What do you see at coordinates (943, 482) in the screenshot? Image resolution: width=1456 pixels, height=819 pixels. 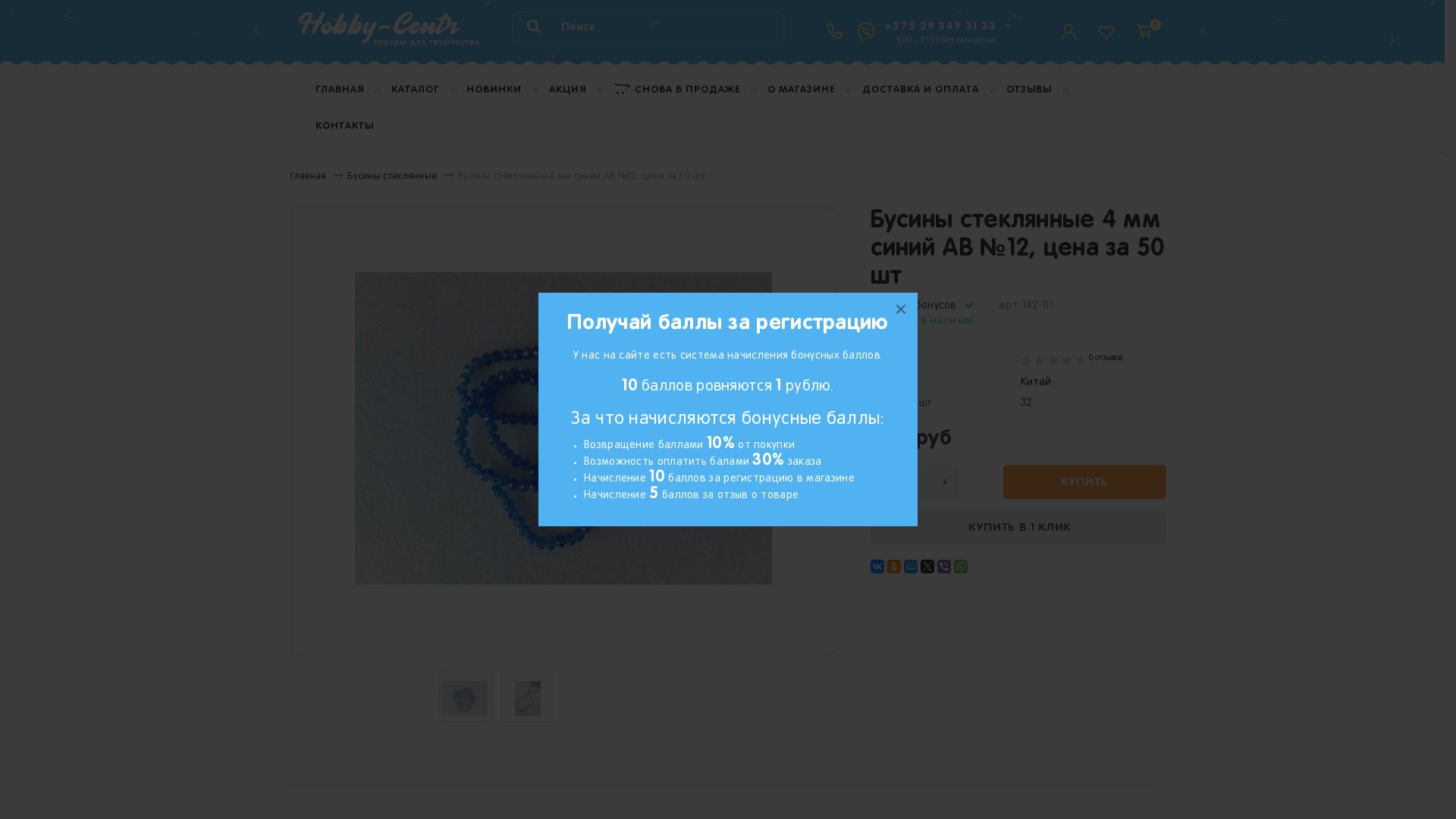 I see `'+'` at bounding box center [943, 482].